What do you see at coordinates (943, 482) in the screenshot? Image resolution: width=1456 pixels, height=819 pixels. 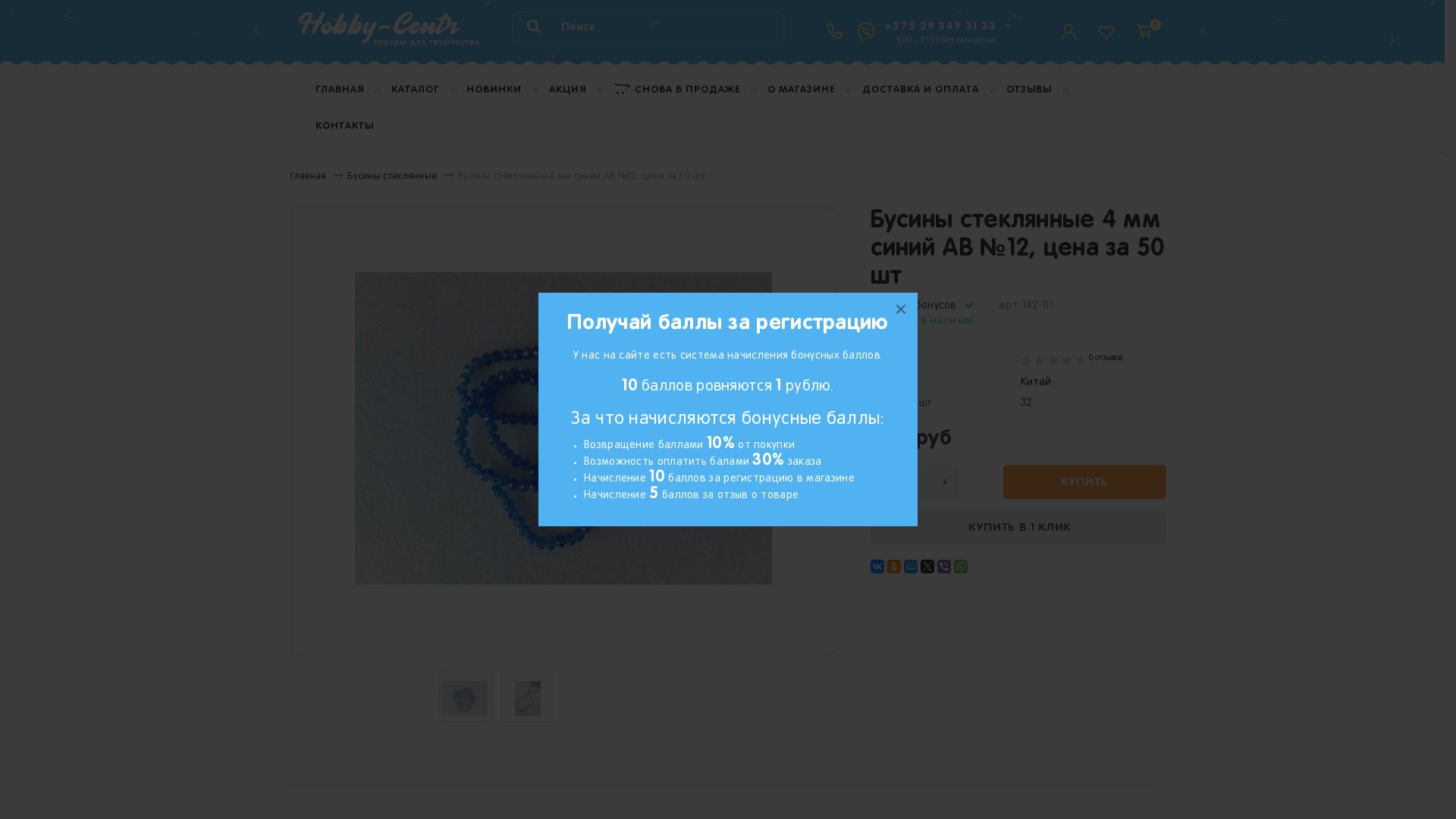 I see `'+'` at bounding box center [943, 482].